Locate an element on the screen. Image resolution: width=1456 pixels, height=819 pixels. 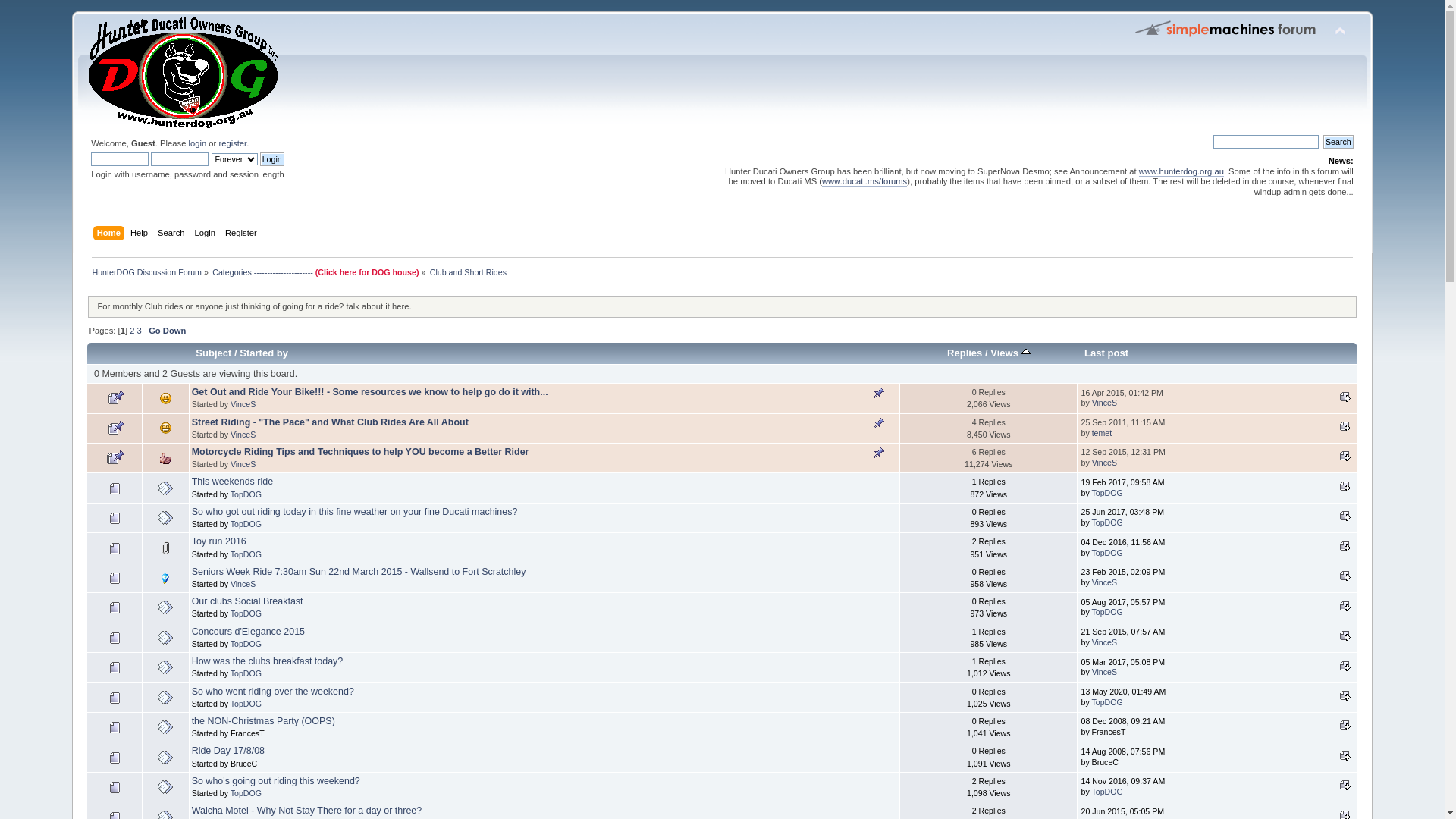
'Login' is located at coordinates (259, 158).